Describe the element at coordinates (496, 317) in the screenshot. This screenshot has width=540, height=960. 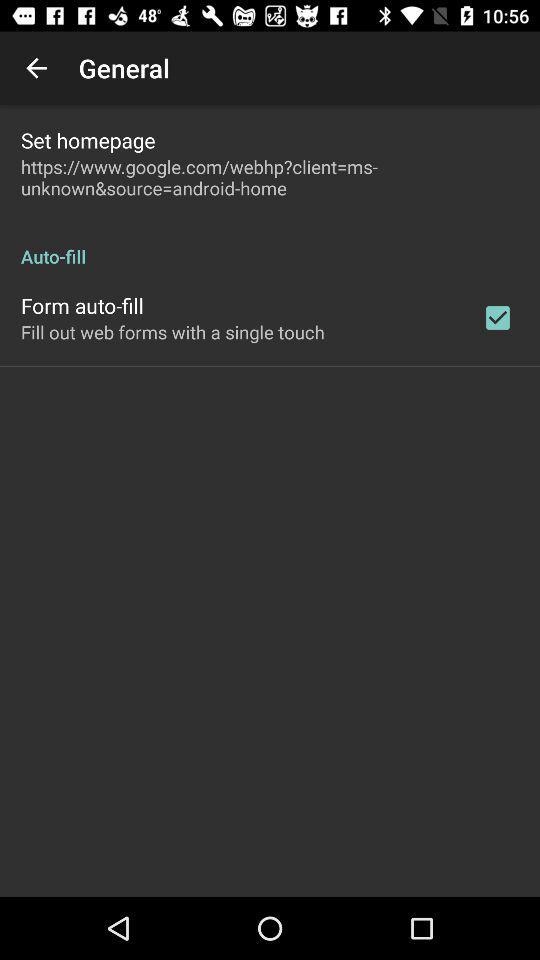
I see `item next to fill out web icon` at that location.